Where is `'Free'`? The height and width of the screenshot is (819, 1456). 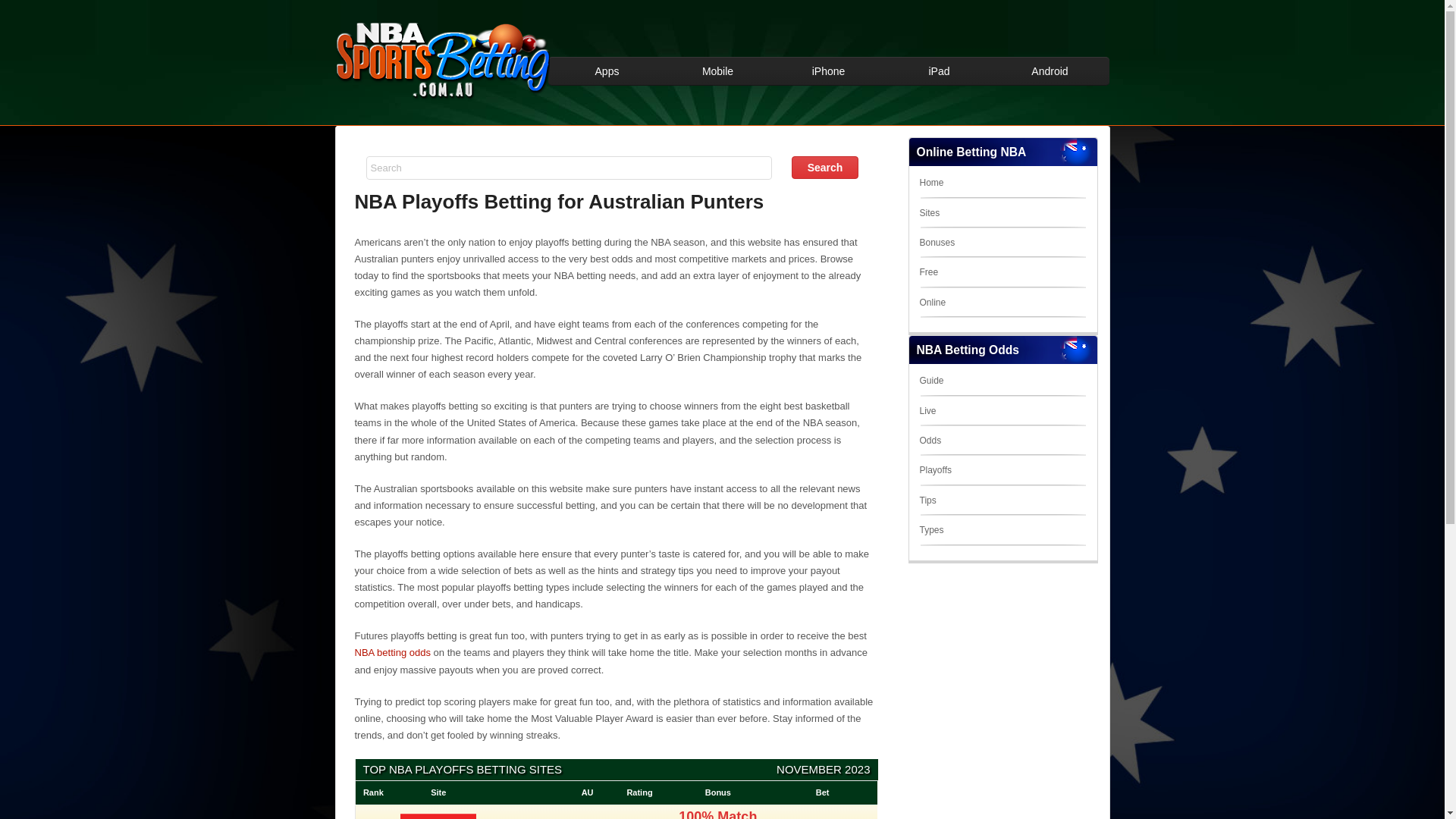 'Free' is located at coordinates (927, 271).